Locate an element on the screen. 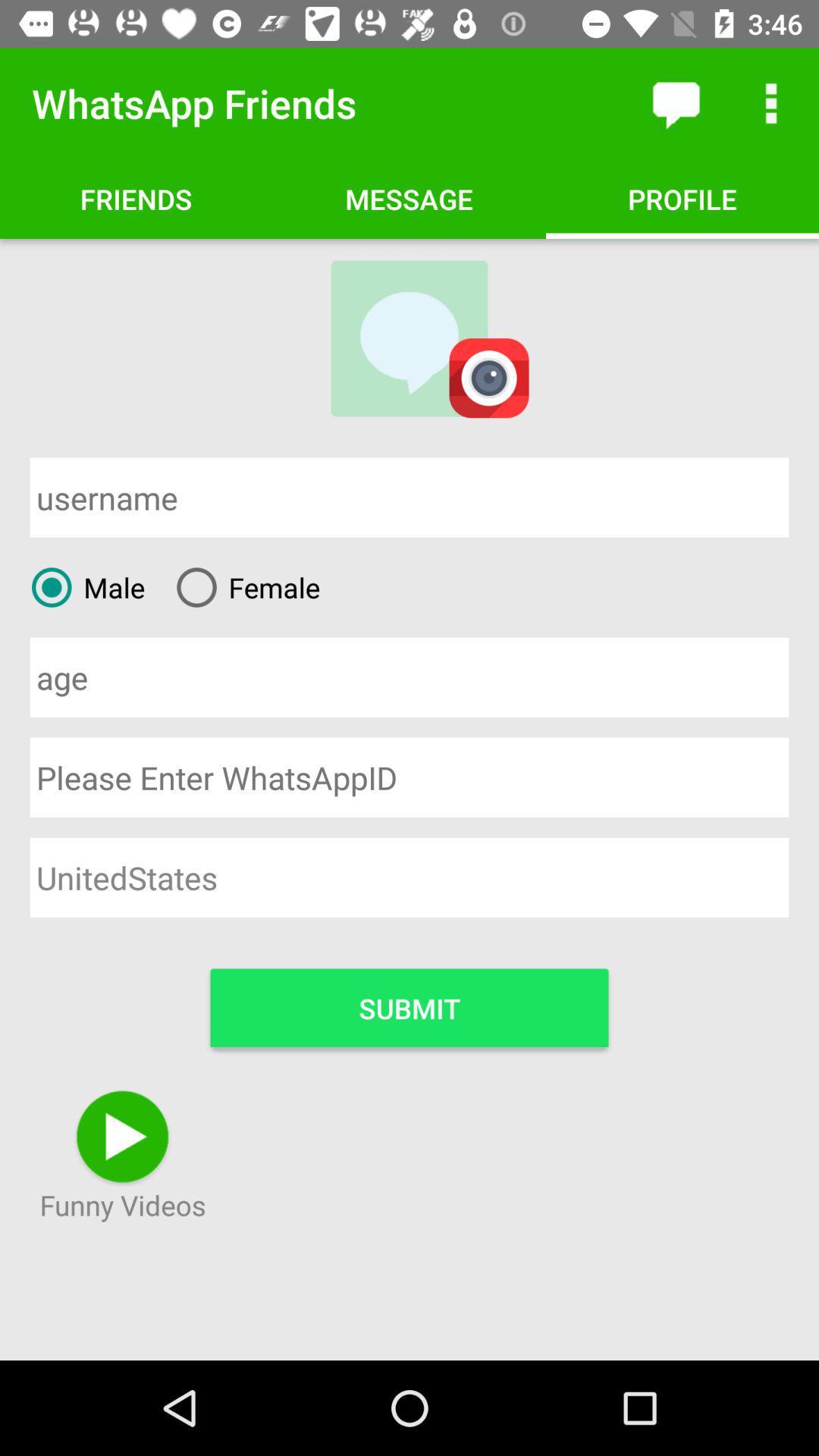  male item is located at coordinates (82, 586).